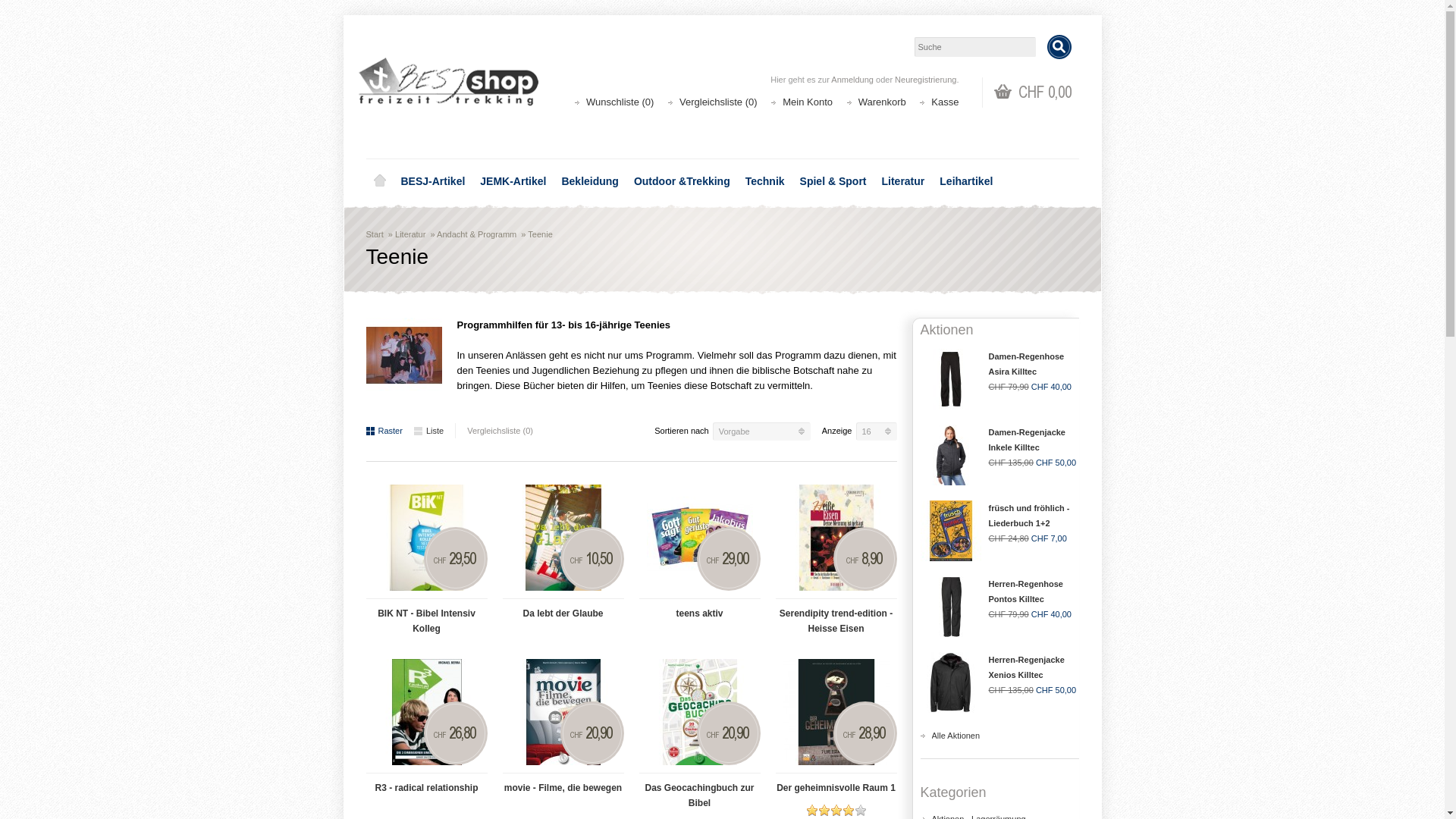 Image resolution: width=1456 pixels, height=819 pixels. What do you see at coordinates (783, 537) in the screenshot?
I see `'Serendipity trend-edition - Heisse Eisen'` at bounding box center [783, 537].